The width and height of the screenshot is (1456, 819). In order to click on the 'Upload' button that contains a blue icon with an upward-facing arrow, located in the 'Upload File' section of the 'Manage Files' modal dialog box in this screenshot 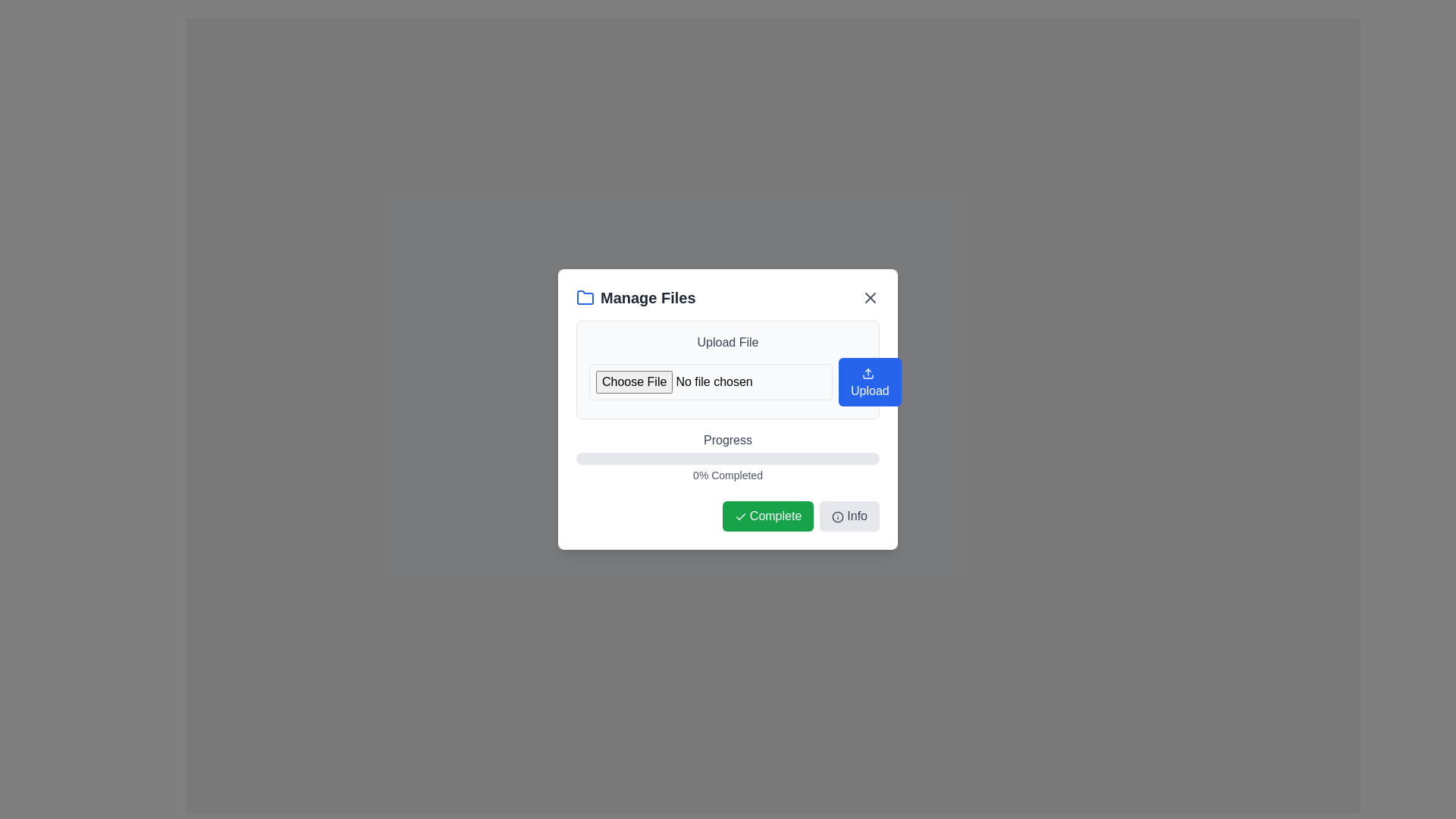, I will do `click(868, 373)`.